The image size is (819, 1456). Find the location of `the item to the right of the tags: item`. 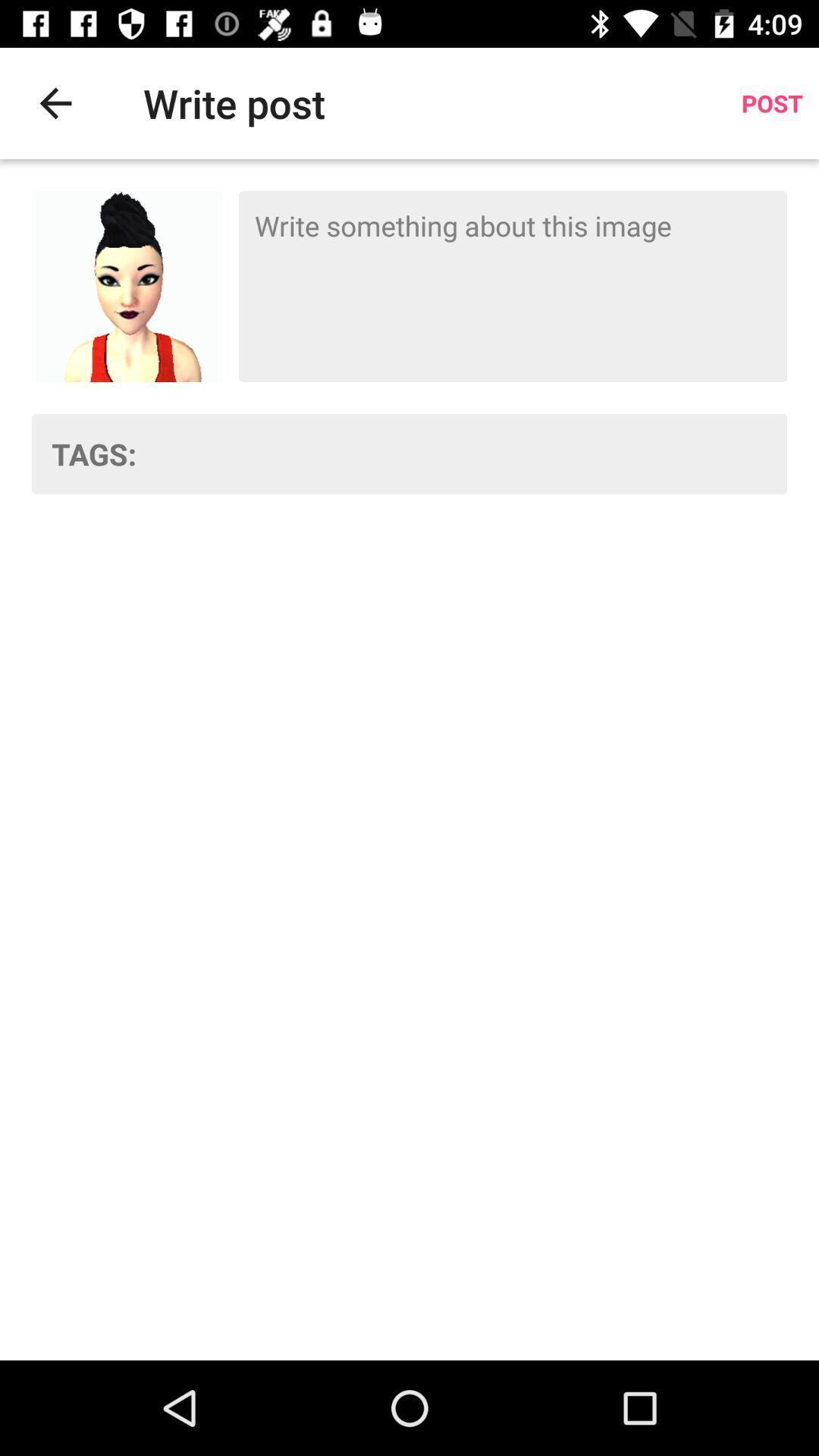

the item to the right of the tags: item is located at coordinates (471, 453).